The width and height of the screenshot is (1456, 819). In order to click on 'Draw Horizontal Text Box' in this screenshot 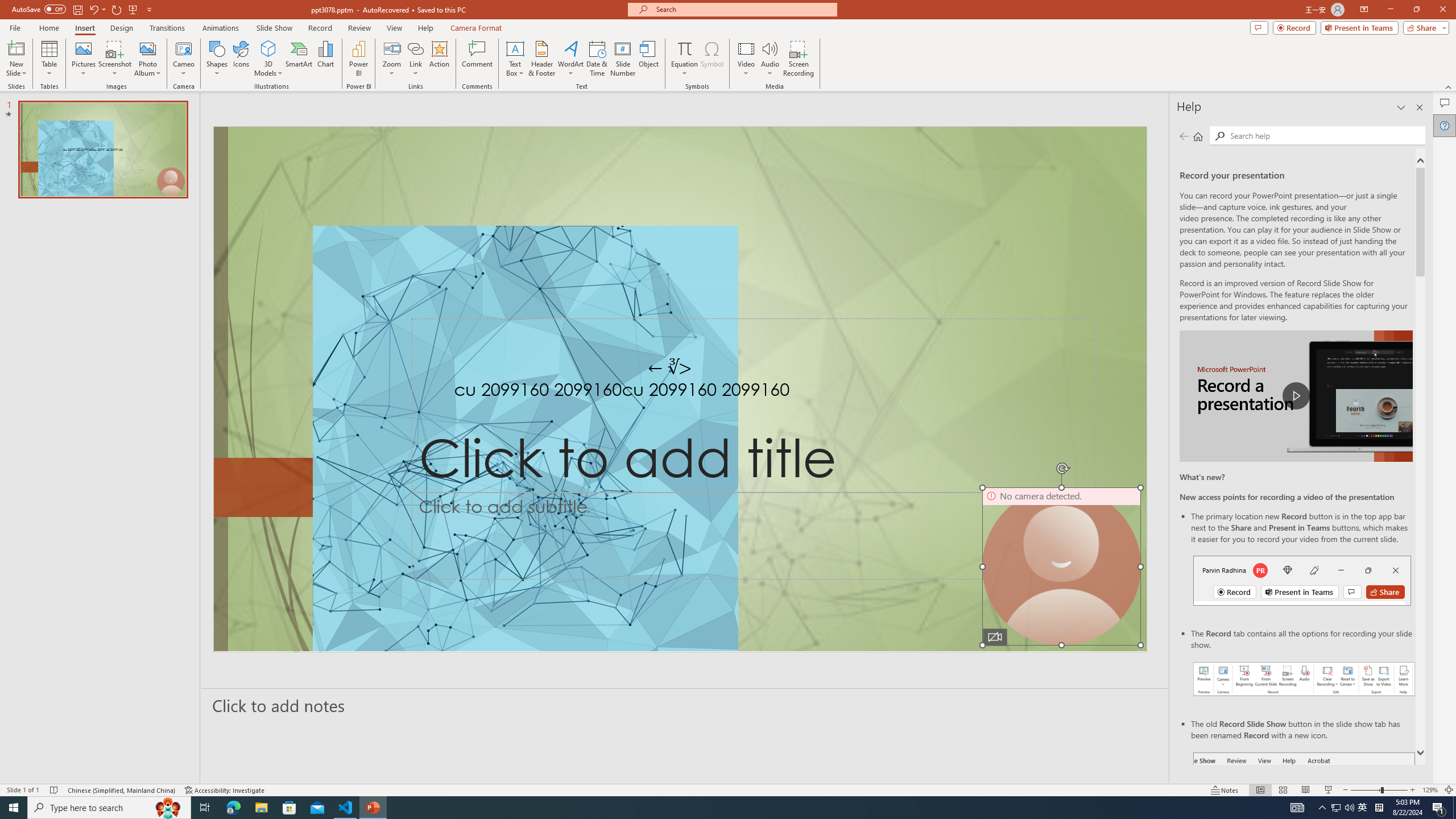, I will do `click(515, 48)`.